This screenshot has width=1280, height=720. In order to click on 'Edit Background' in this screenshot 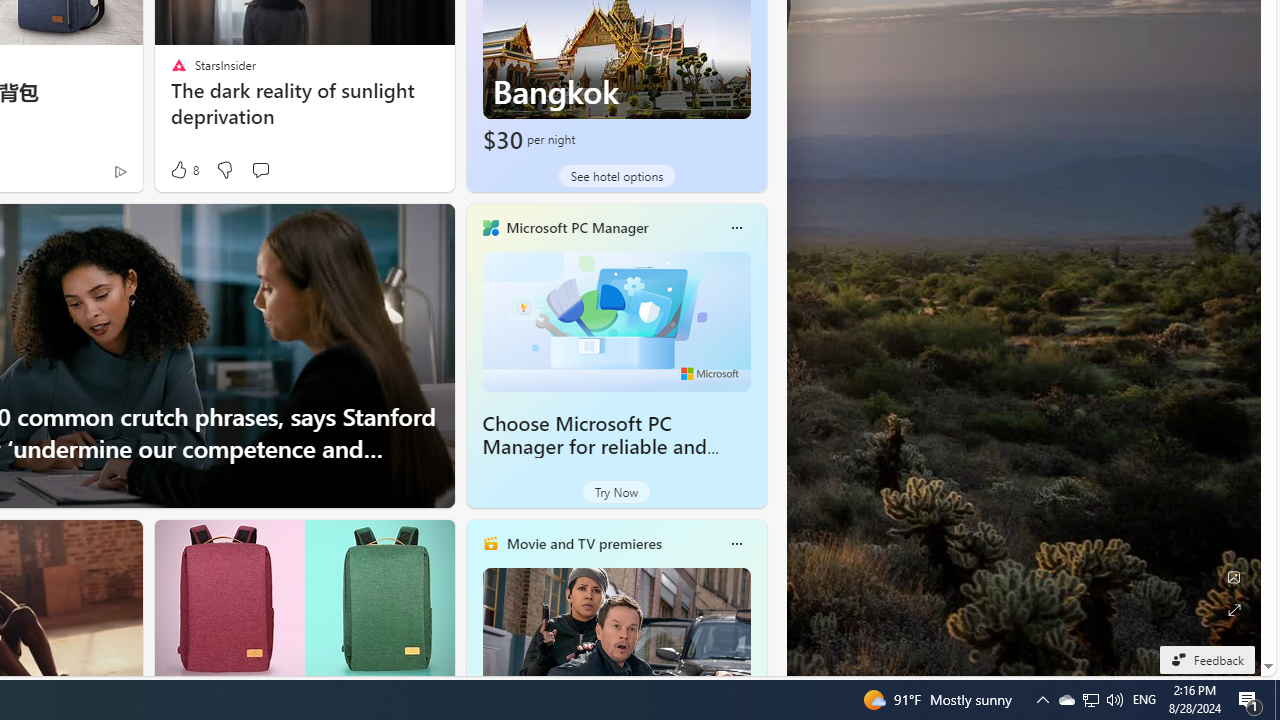, I will do `click(1232, 577)`.